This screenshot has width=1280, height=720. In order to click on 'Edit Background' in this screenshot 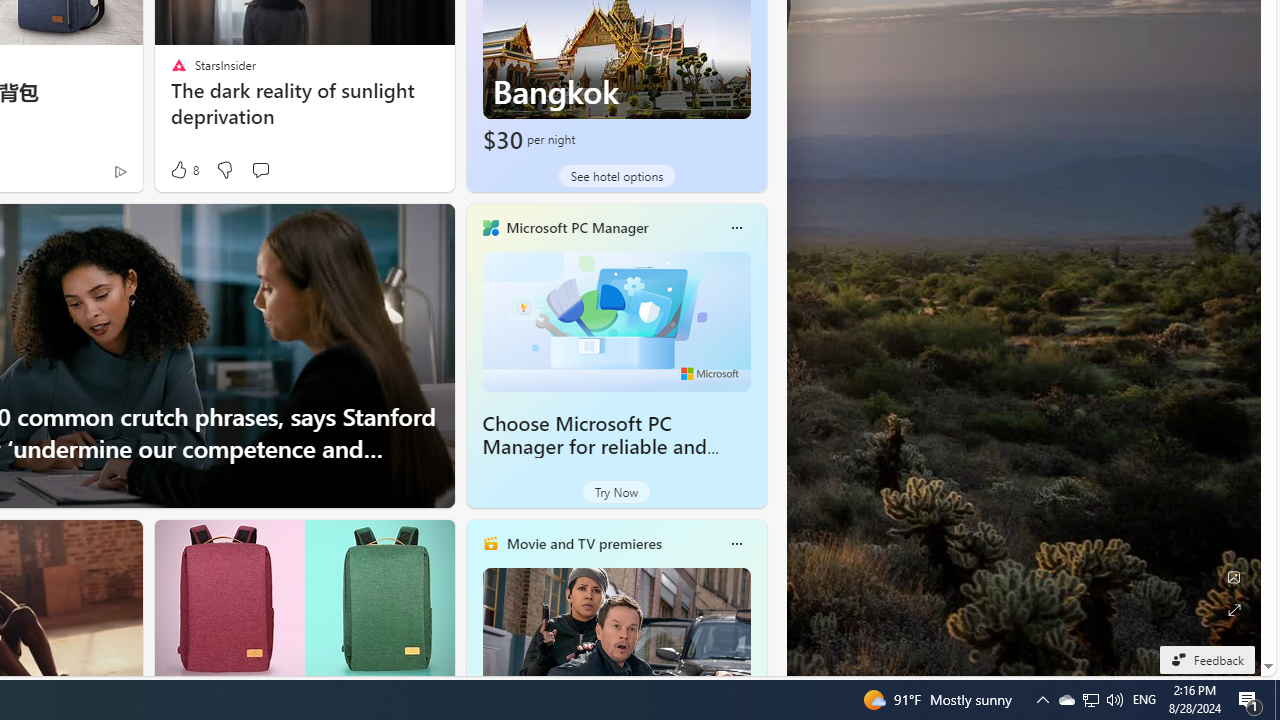, I will do `click(1232, 577)`.